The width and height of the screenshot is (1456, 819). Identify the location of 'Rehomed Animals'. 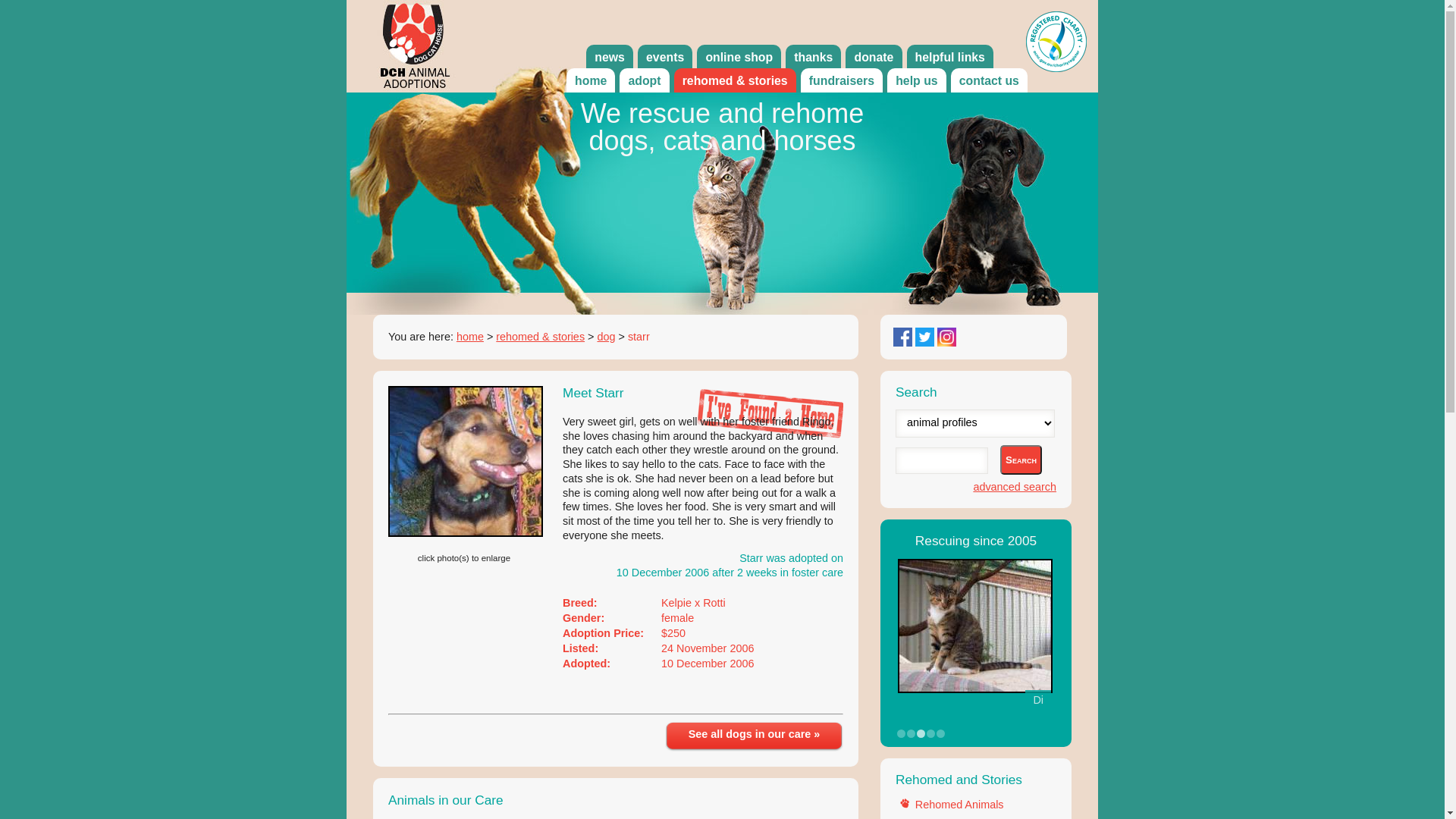
(914, 803).